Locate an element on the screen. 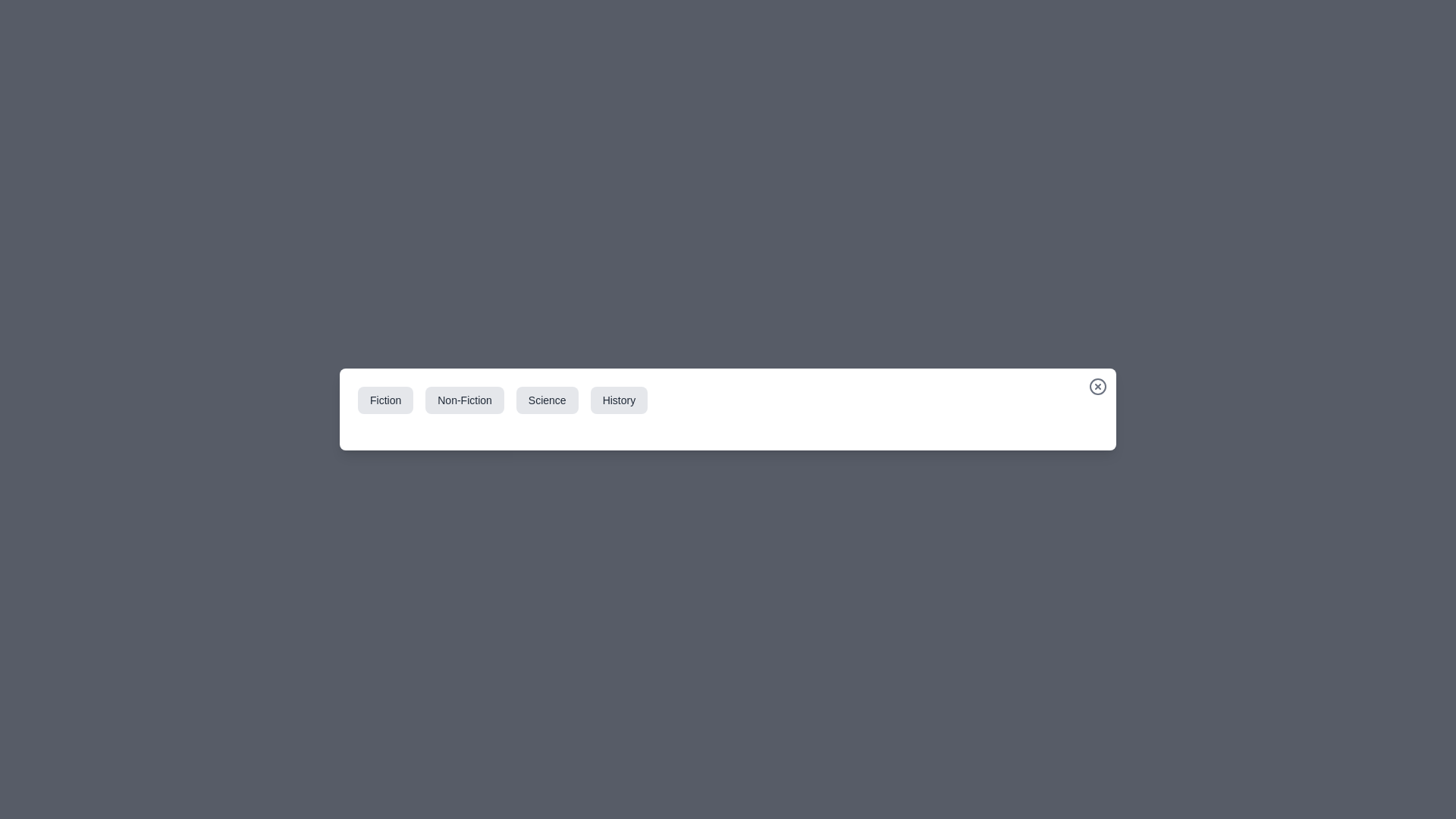  the category tab labeled Fiction is located at coordinates (385, 400).